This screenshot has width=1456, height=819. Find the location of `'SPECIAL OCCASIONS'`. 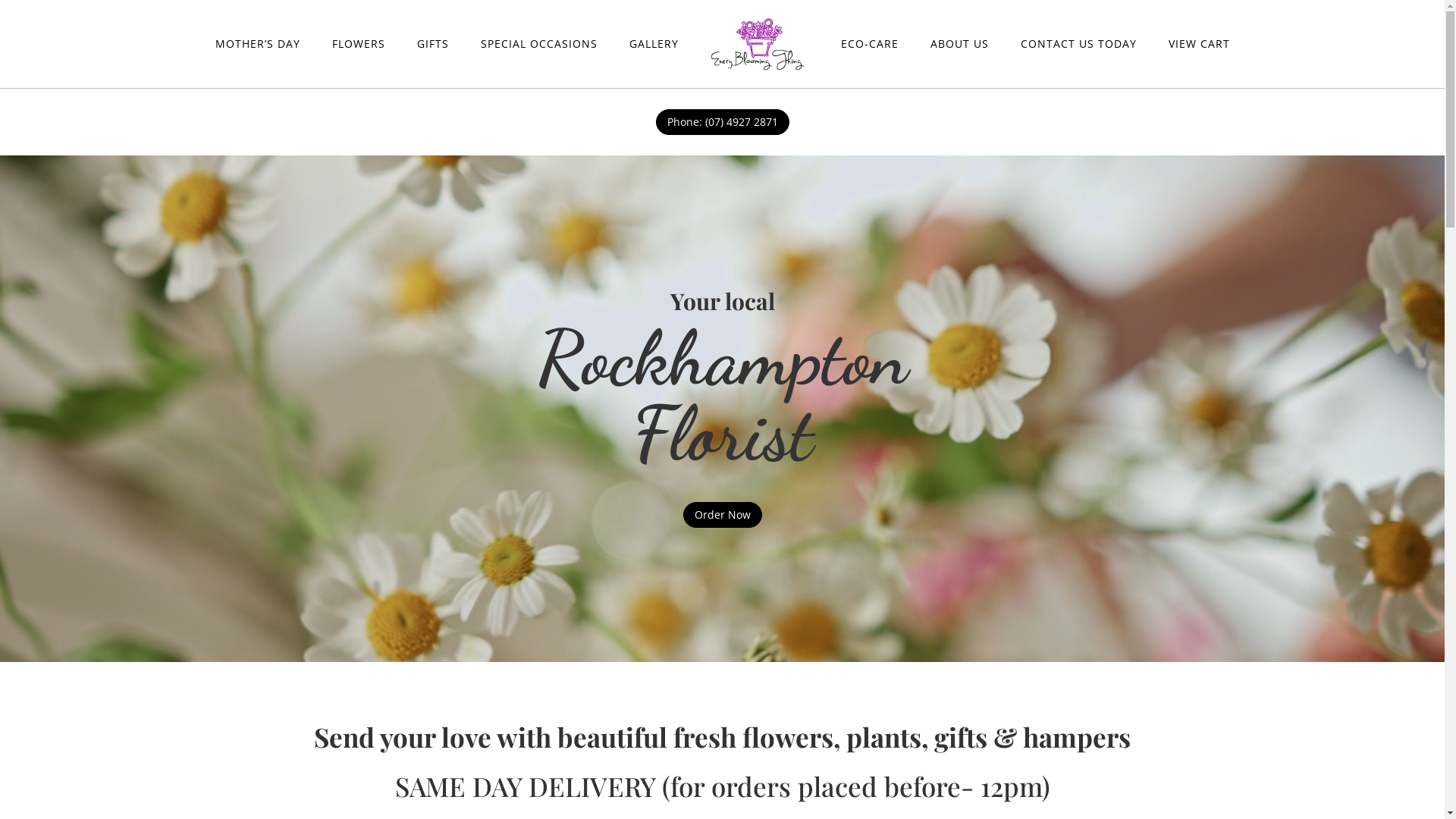

'SPECIAL OCCASIONS' is located at coordinates (538, 42).